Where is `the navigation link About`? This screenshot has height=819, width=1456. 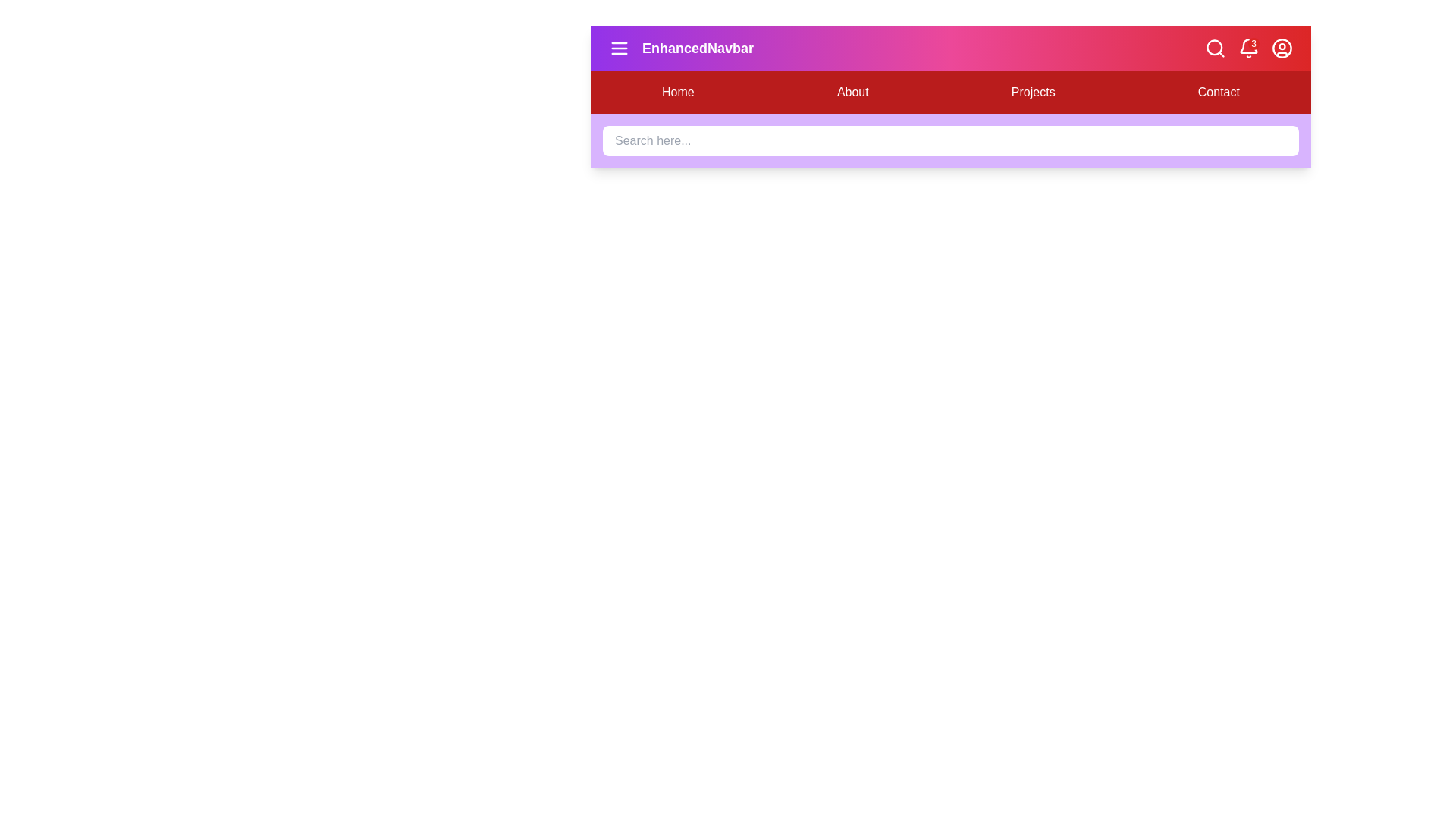
the navigation link About is located at coordinates (852, 93).